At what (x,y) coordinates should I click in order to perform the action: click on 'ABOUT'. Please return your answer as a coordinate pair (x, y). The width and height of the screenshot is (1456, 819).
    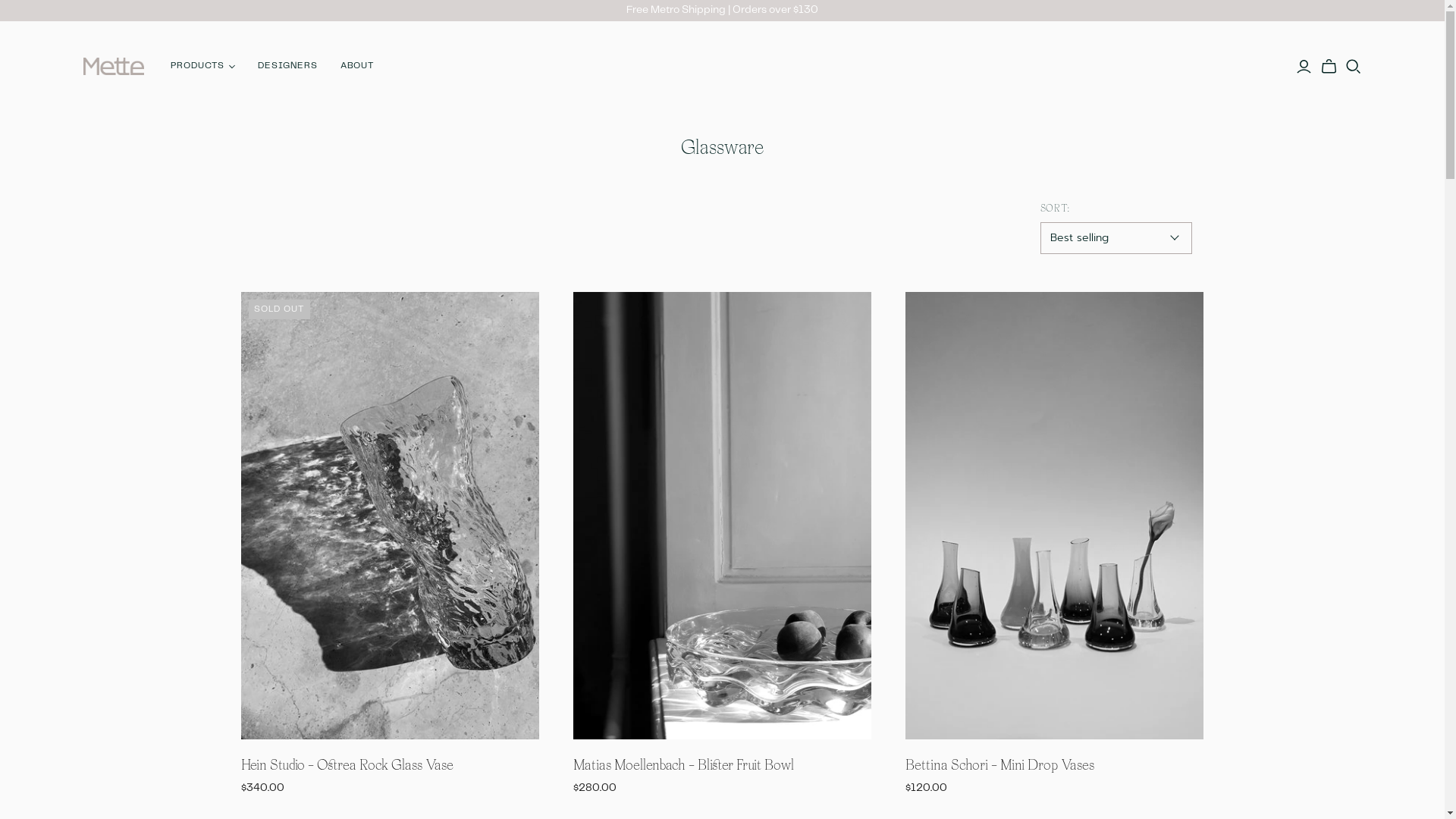
    Looking at the image, I should click on (356, 65).